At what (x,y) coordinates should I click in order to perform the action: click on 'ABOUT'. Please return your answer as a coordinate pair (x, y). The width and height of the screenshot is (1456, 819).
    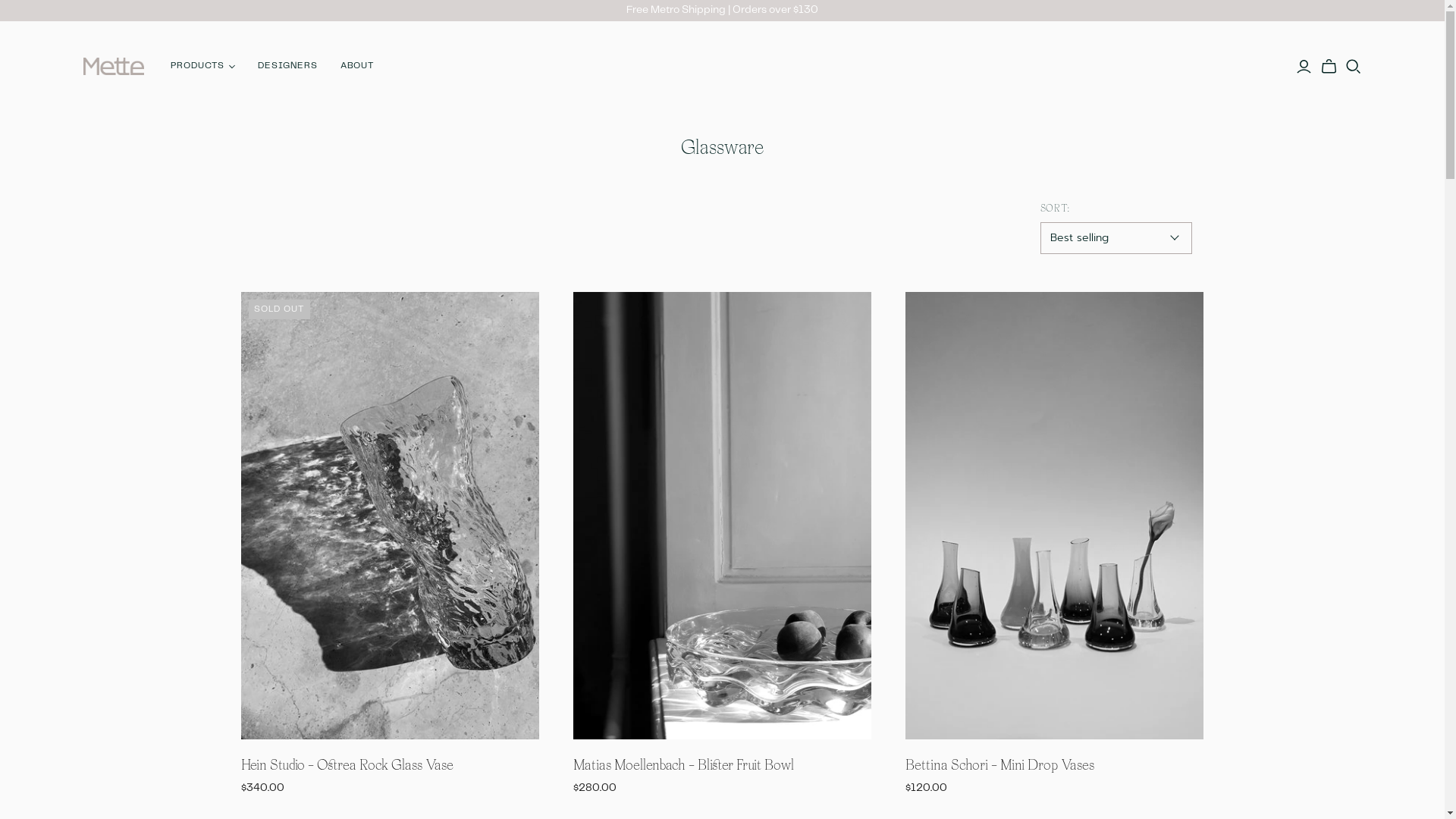
    Looking at the image, I should click on (356, 65).